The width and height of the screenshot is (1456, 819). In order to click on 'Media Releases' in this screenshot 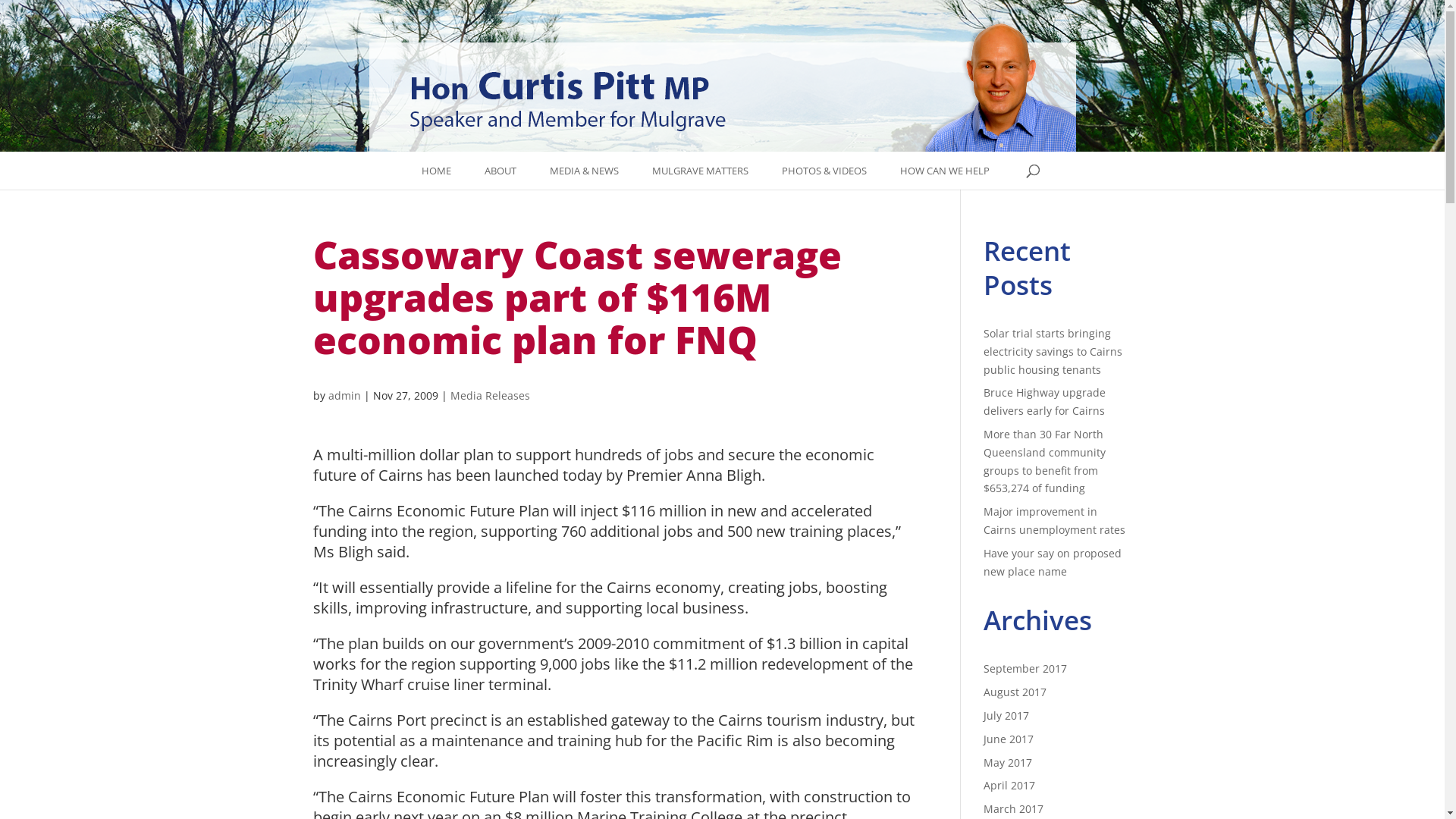, I will do `click(490, 394)`.